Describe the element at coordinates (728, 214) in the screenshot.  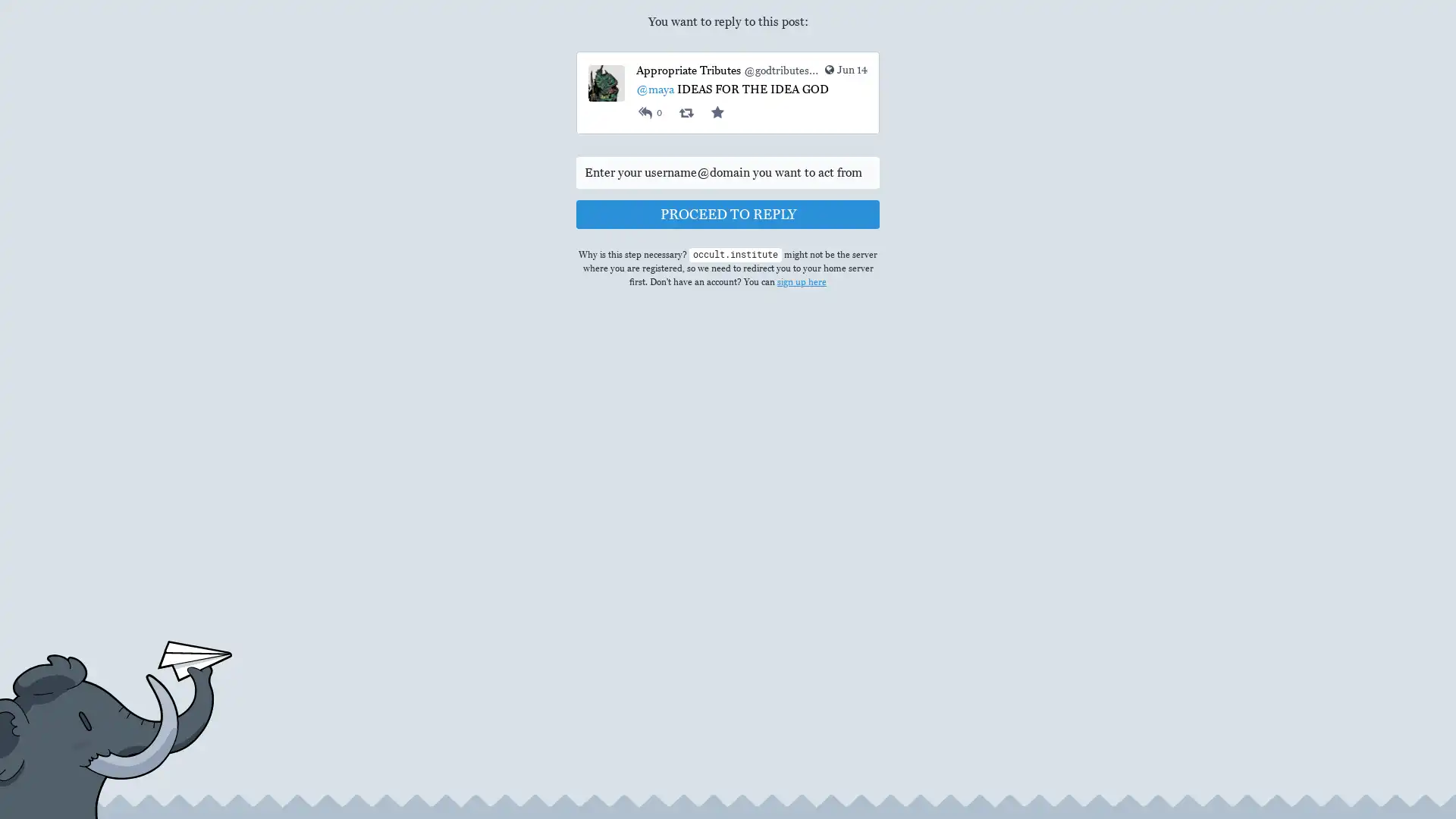
I see `PROCEED TO REPLY` at that location.